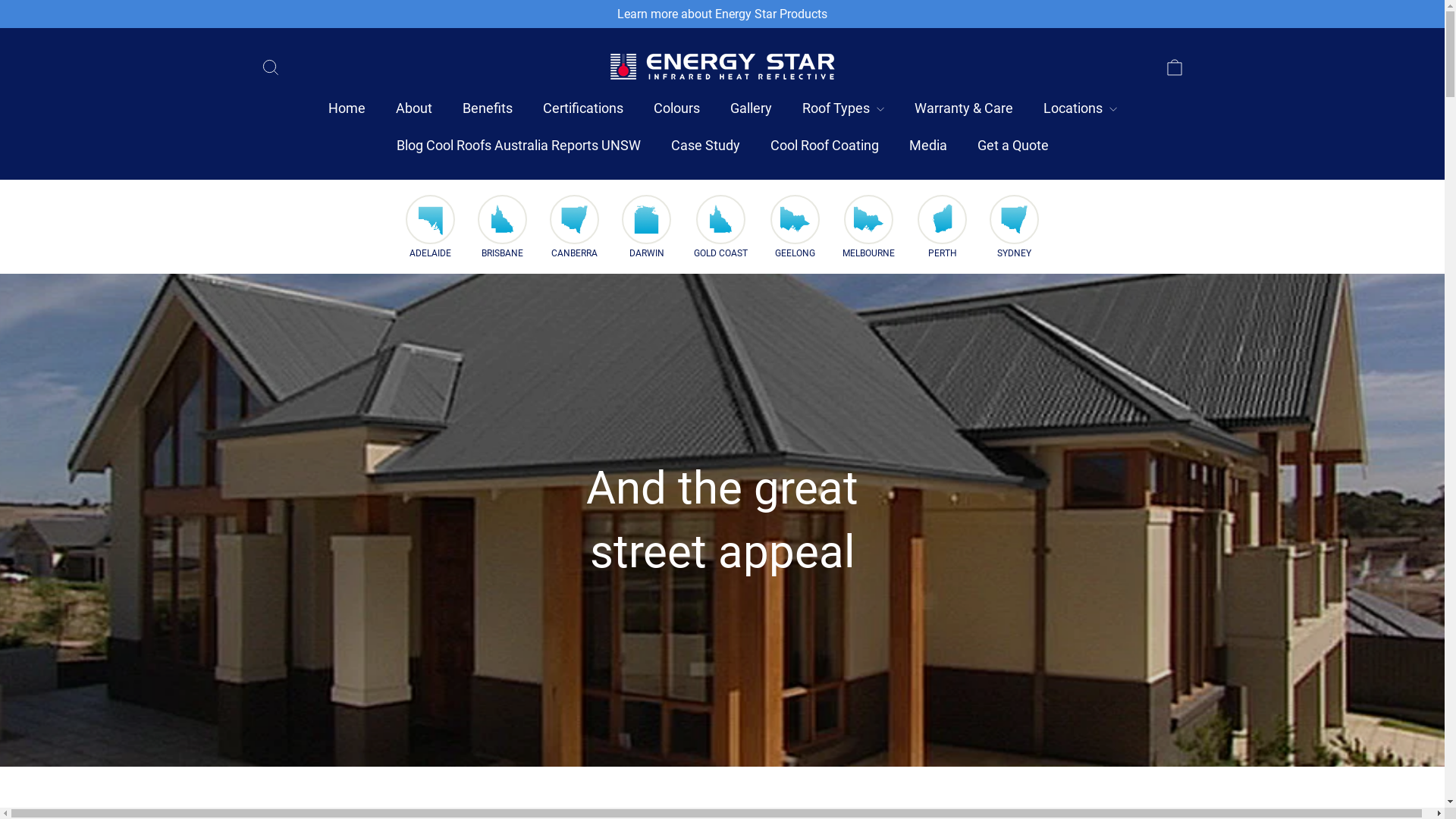 The width and height of the screenshot is (1456, 819). I want to click on 'Home', so click(345, 108).